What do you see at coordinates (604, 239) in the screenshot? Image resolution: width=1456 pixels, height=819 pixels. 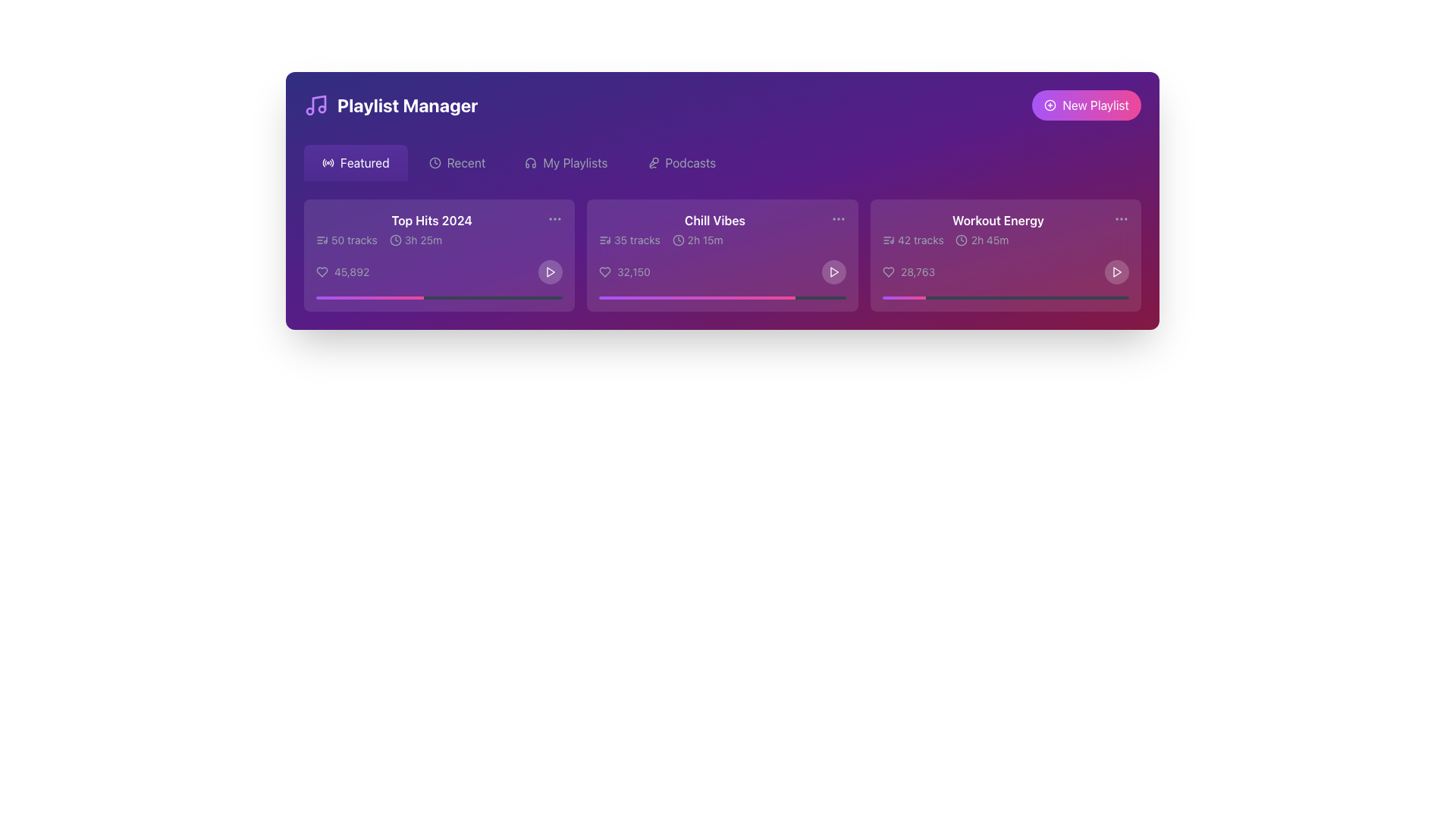 I see `the small music note list icon styled in line art format, located to the left of the text '35 tracks'` at bounding box center [604, 239].